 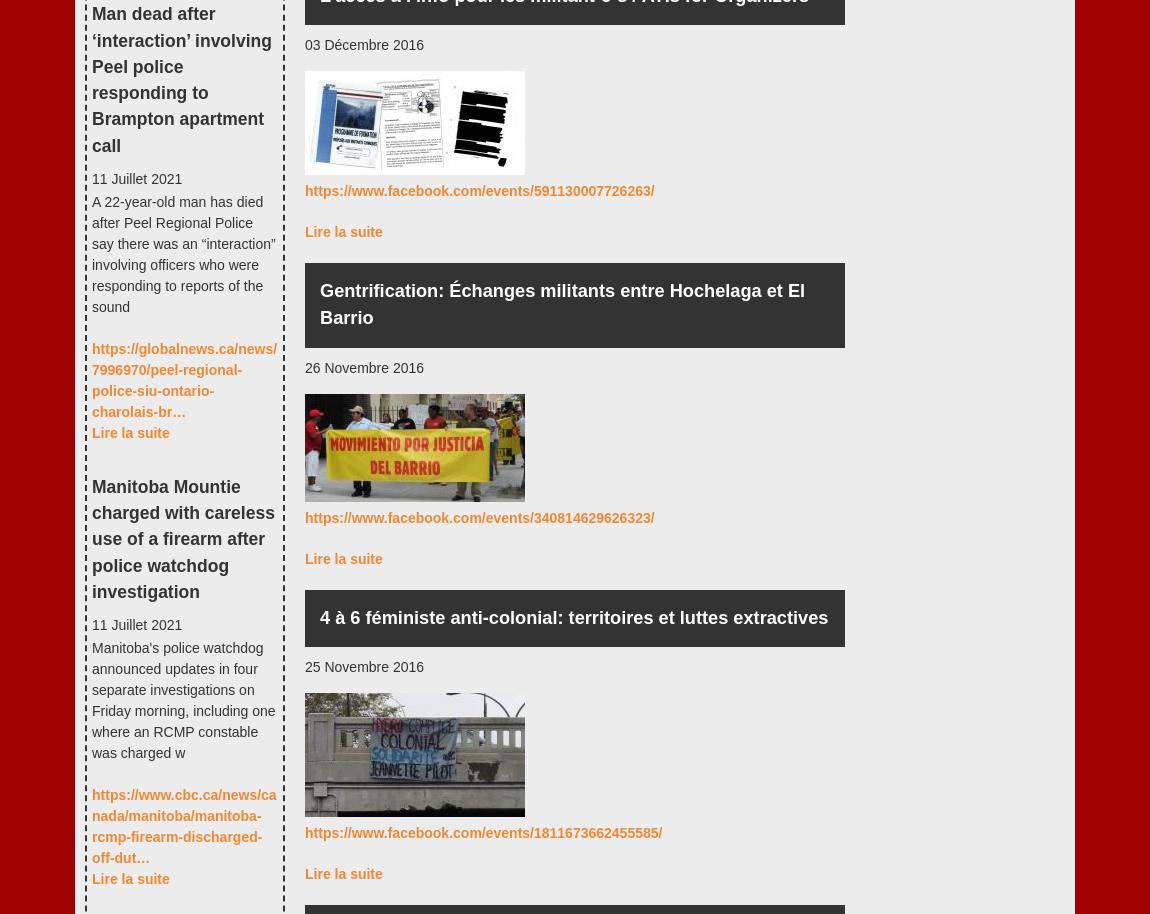 I want to click on '25 Novembre 2016', so click(x=364, y=666).